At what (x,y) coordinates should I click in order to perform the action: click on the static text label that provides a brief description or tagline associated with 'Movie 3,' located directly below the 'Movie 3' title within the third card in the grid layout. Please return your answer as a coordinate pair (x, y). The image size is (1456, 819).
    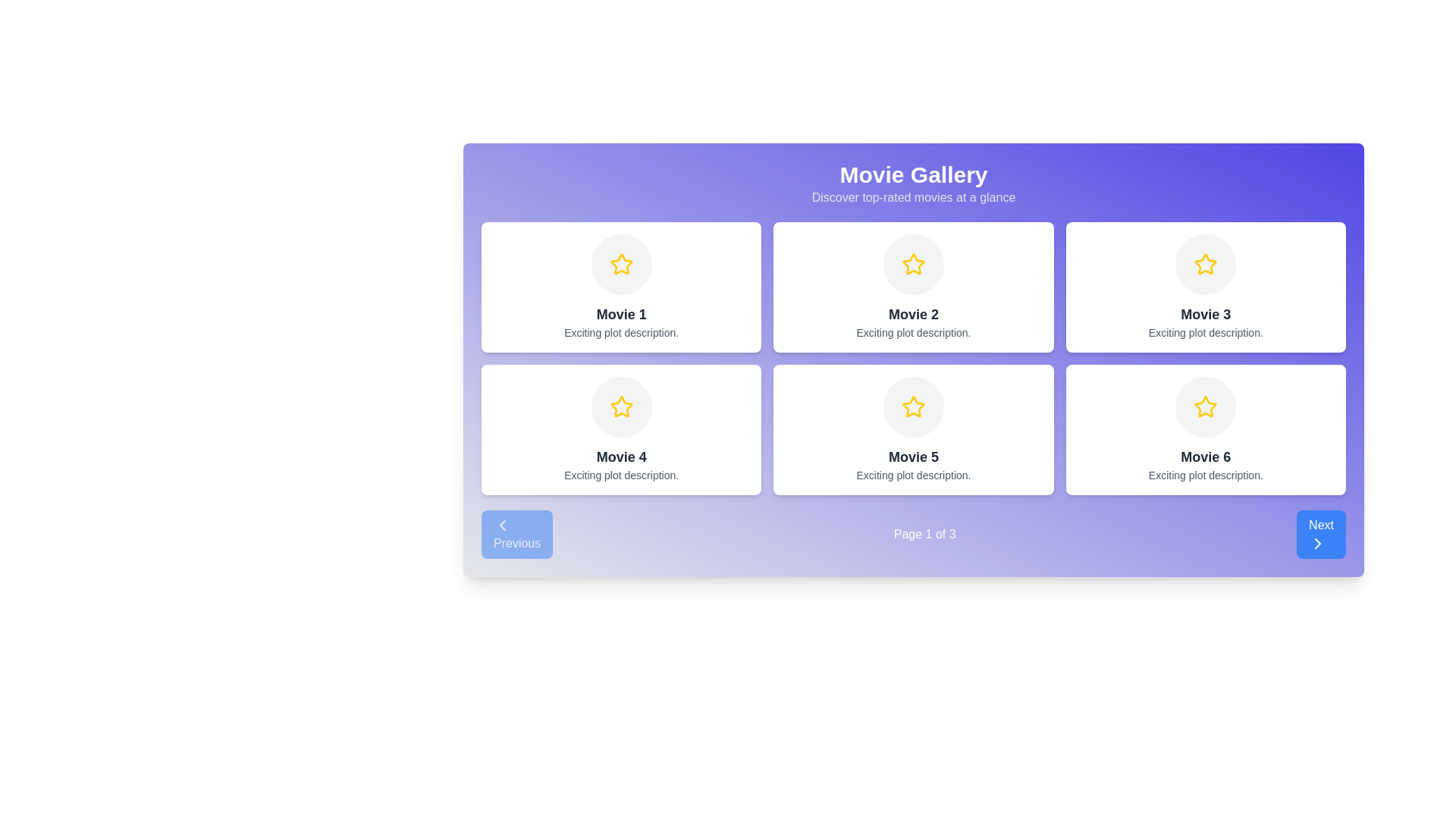
    Looking at the image, I should click on (1205, 332).